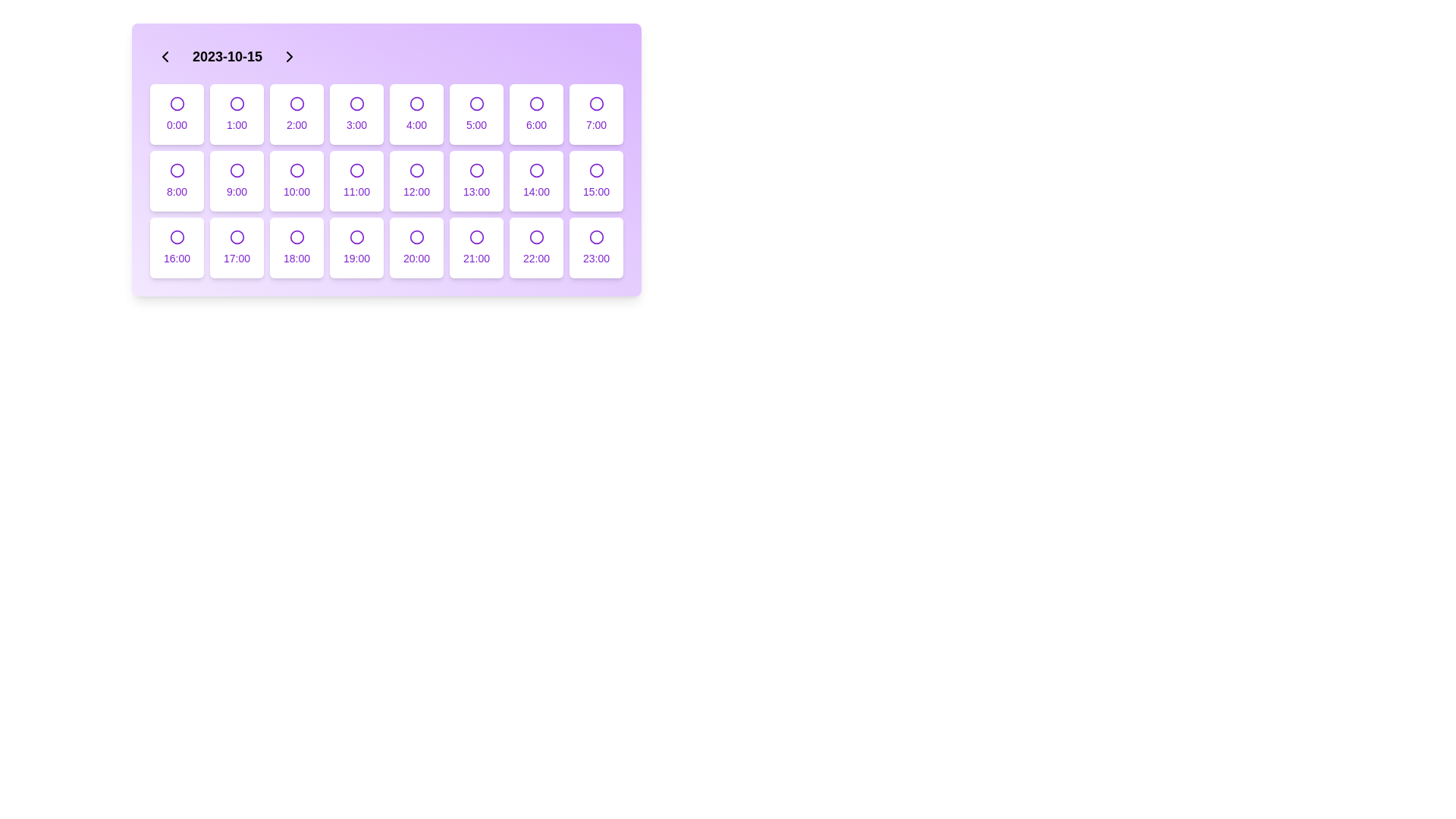 The width and height of the screenshot is (1456, 819). What do you see at coordinates (475, 103) in the screenshot?
I see `the radio button for the '5:00' time slot` at bounding box center [475, 103].